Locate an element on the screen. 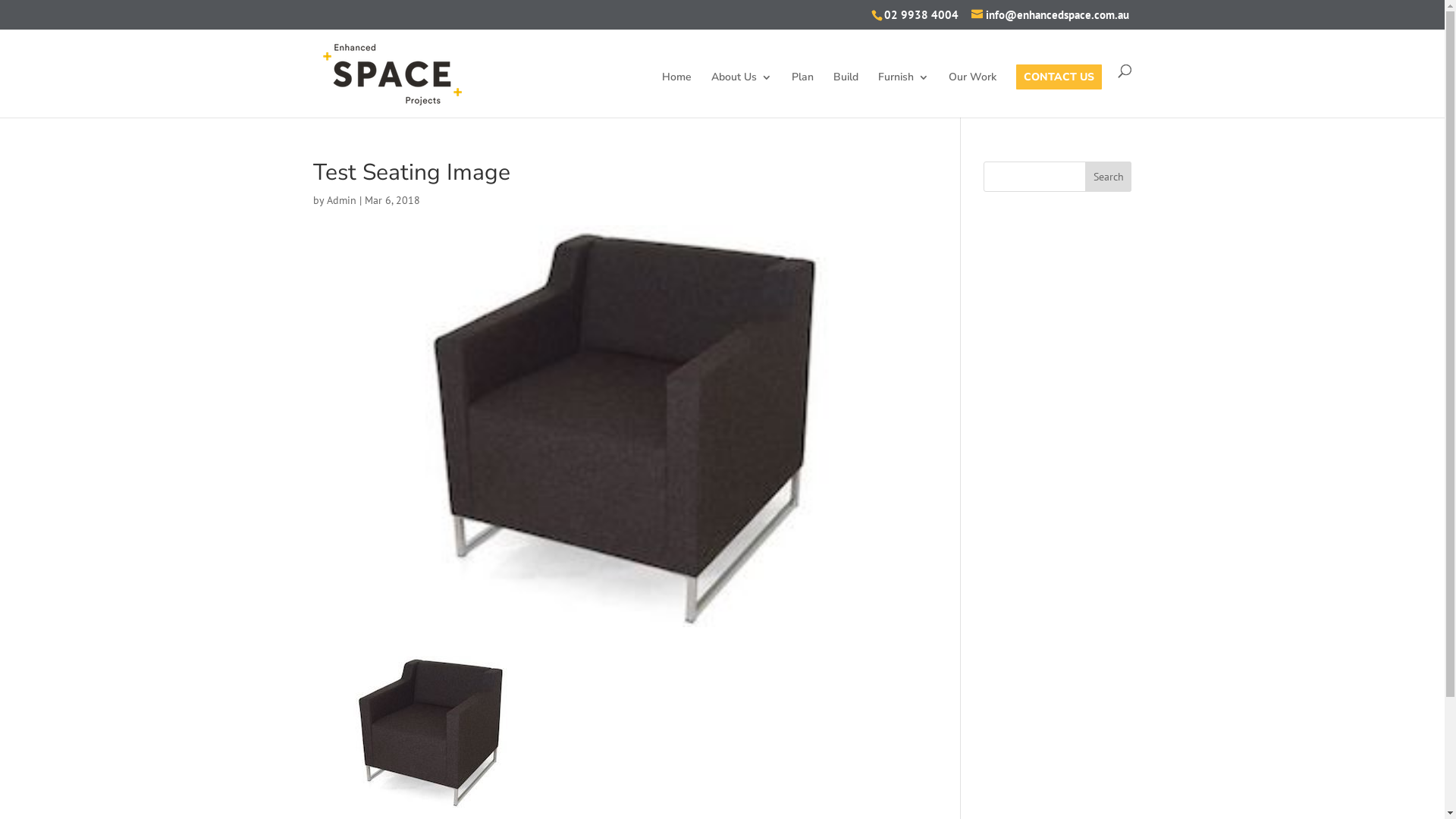 This screenshot has height=819, width=1456. '02 9938 4004' is located at coordinates (920, 14).